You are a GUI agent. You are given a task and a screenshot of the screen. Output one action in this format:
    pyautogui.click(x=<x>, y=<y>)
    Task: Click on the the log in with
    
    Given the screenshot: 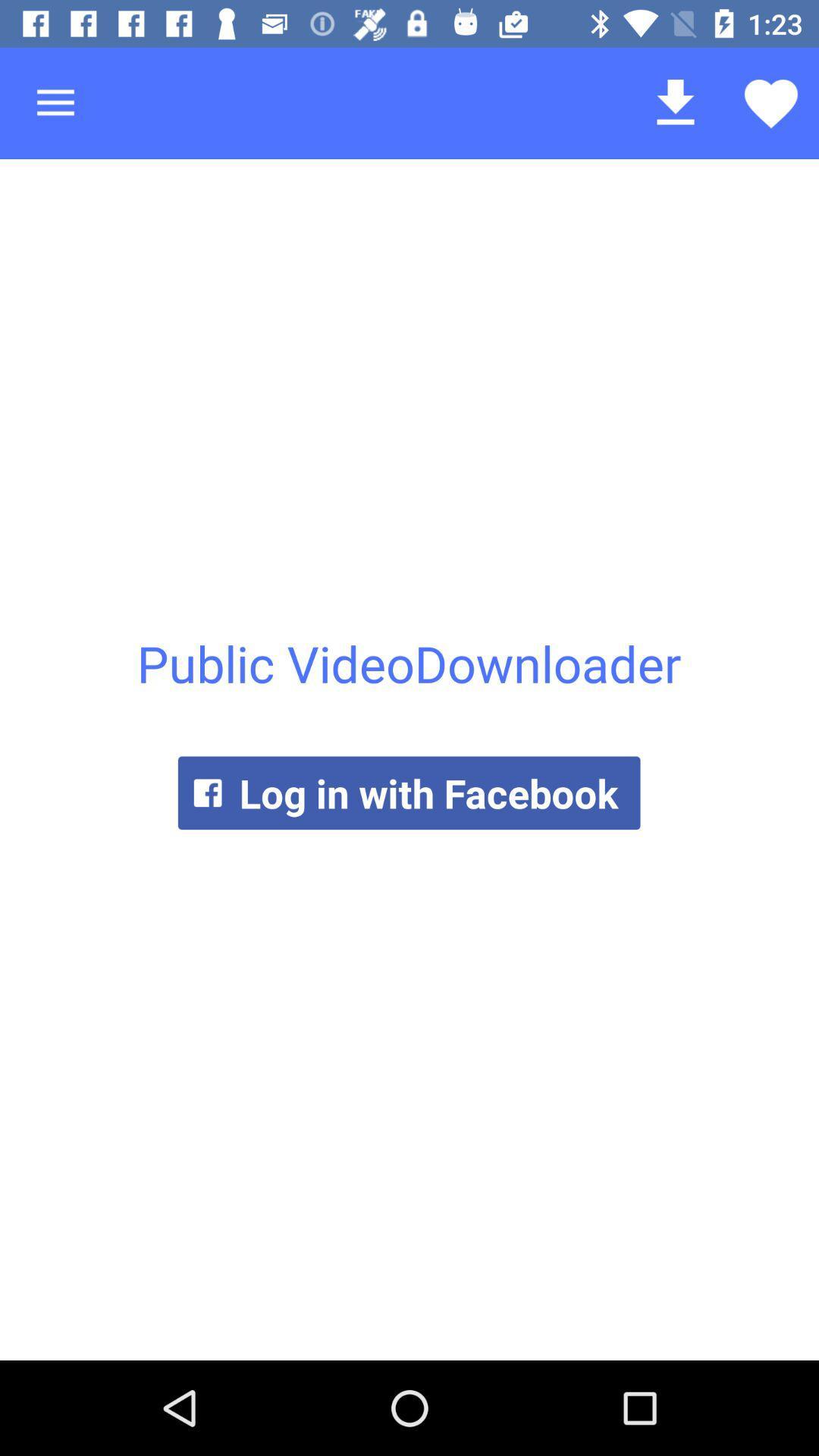 What is the action you would take?
    pyautogui.click(x=408, y=792)
    